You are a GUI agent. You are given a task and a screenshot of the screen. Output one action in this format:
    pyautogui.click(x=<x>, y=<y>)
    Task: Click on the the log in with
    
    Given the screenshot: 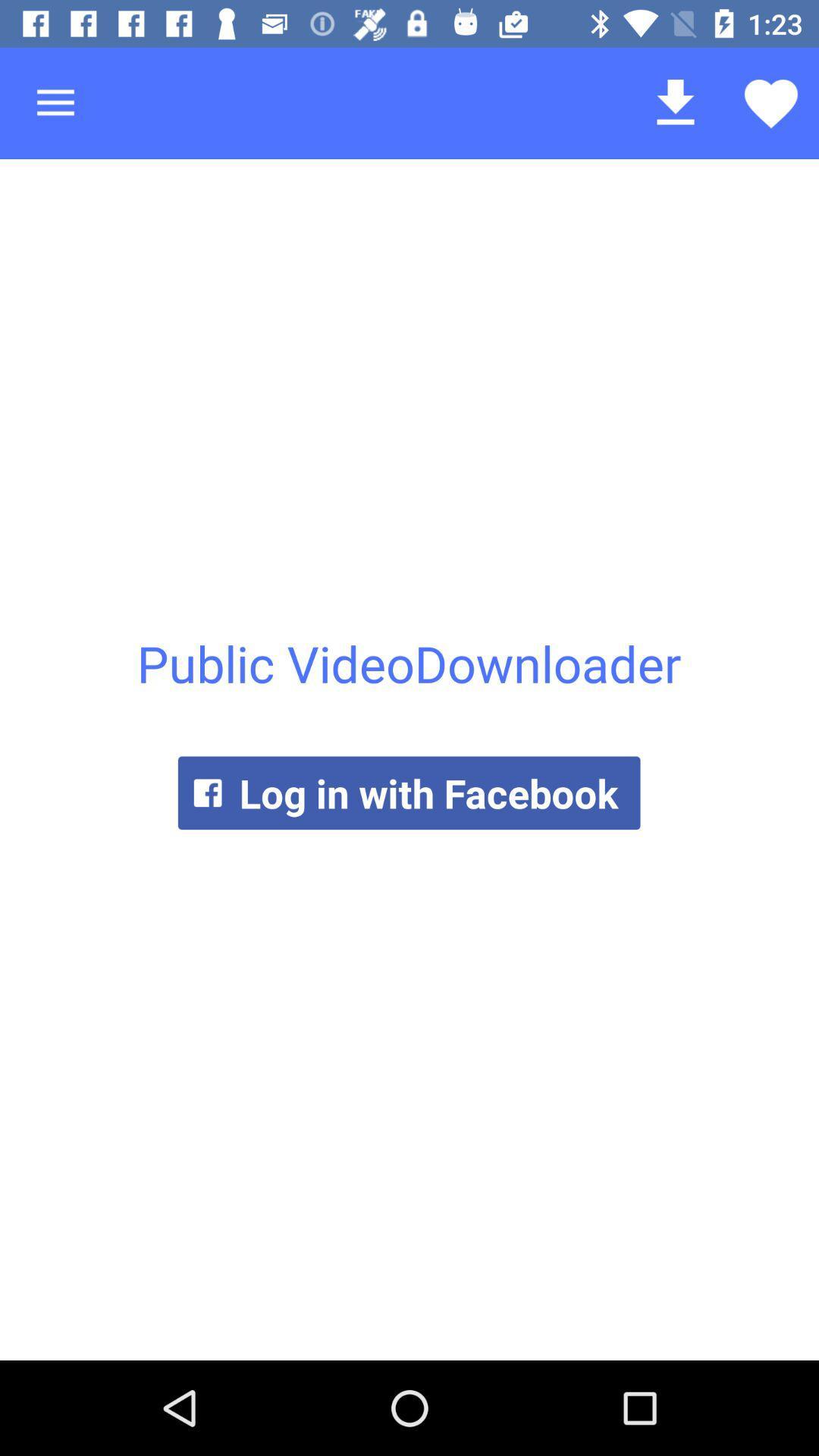 What is the action you would take?
    pyautogui.click(x=408, y=792)
    